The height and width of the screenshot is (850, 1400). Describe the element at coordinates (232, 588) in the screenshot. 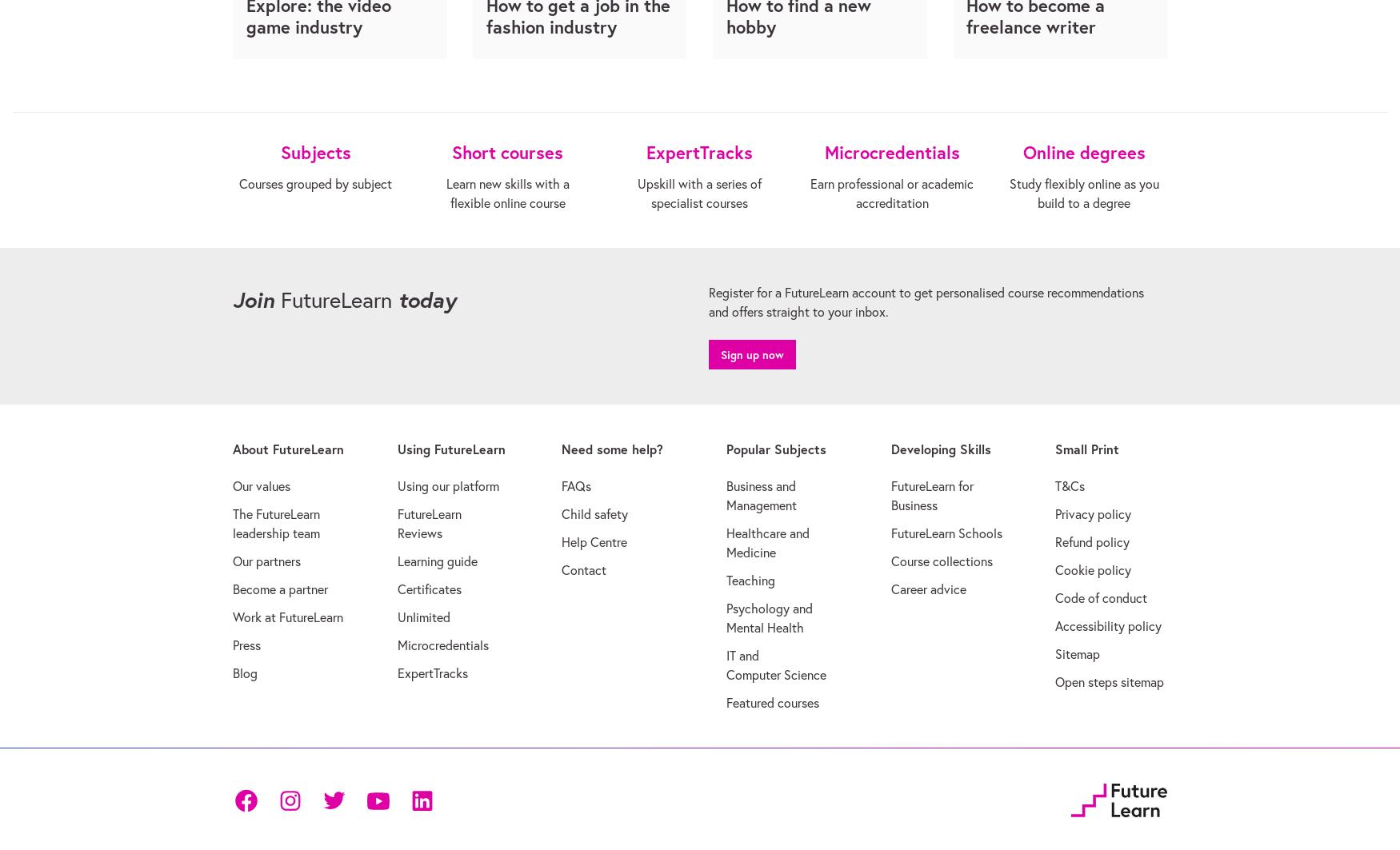

I see `'Become a partner'` at that location.